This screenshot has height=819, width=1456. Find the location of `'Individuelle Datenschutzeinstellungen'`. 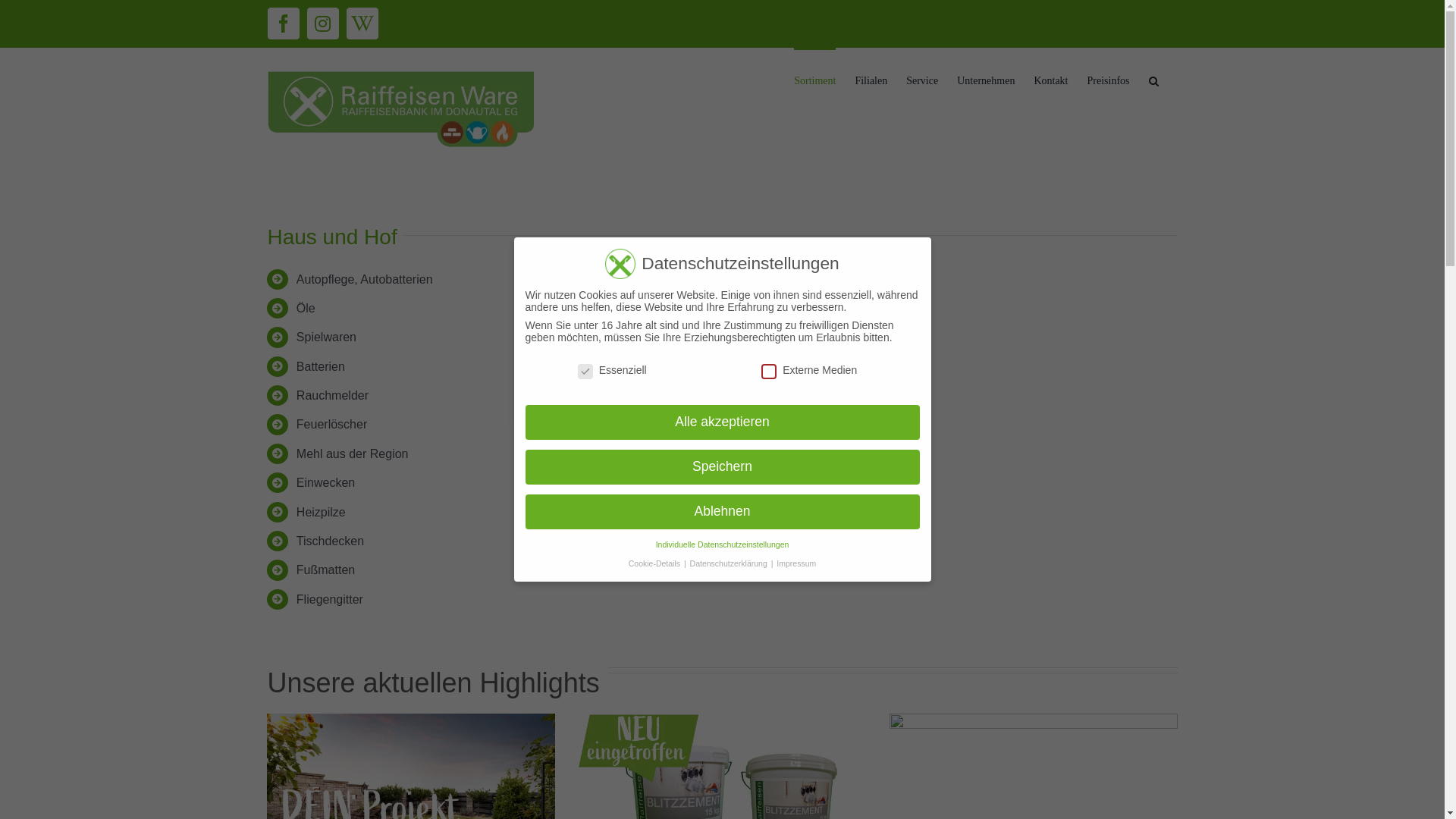

'Individuelle Datenschutzeinstellungen' is located at coordinates (722, 543).